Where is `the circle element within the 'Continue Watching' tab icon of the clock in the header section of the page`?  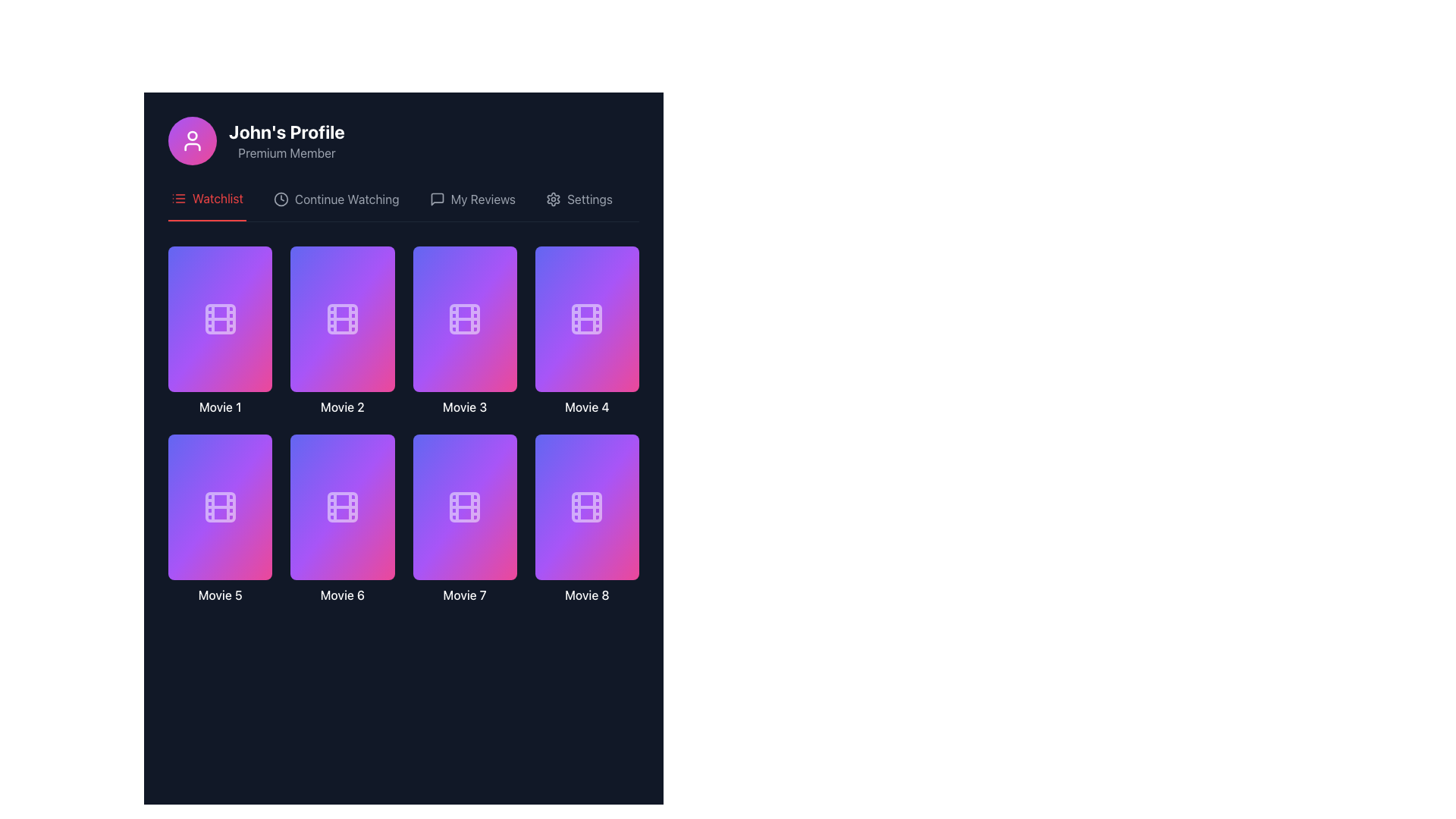 the circle element within the 'Continue Watching' tab icon of the clock in the header section of the page is located at coordinates (281, 198).